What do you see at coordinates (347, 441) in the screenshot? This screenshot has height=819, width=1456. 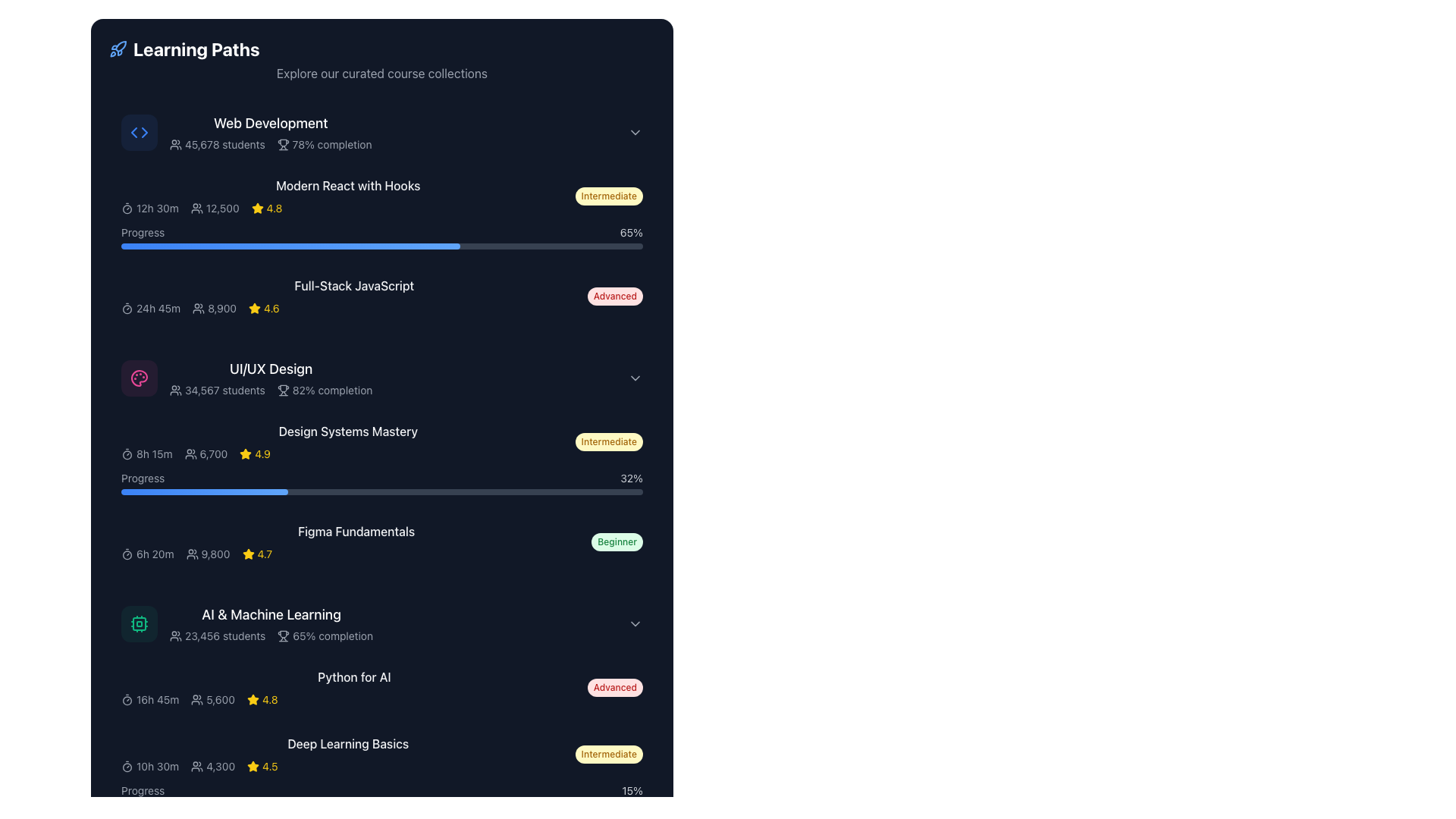 I see `the informational text block for the 'UI/UX Design' course to expand its details` at bounding box center [347, 441].